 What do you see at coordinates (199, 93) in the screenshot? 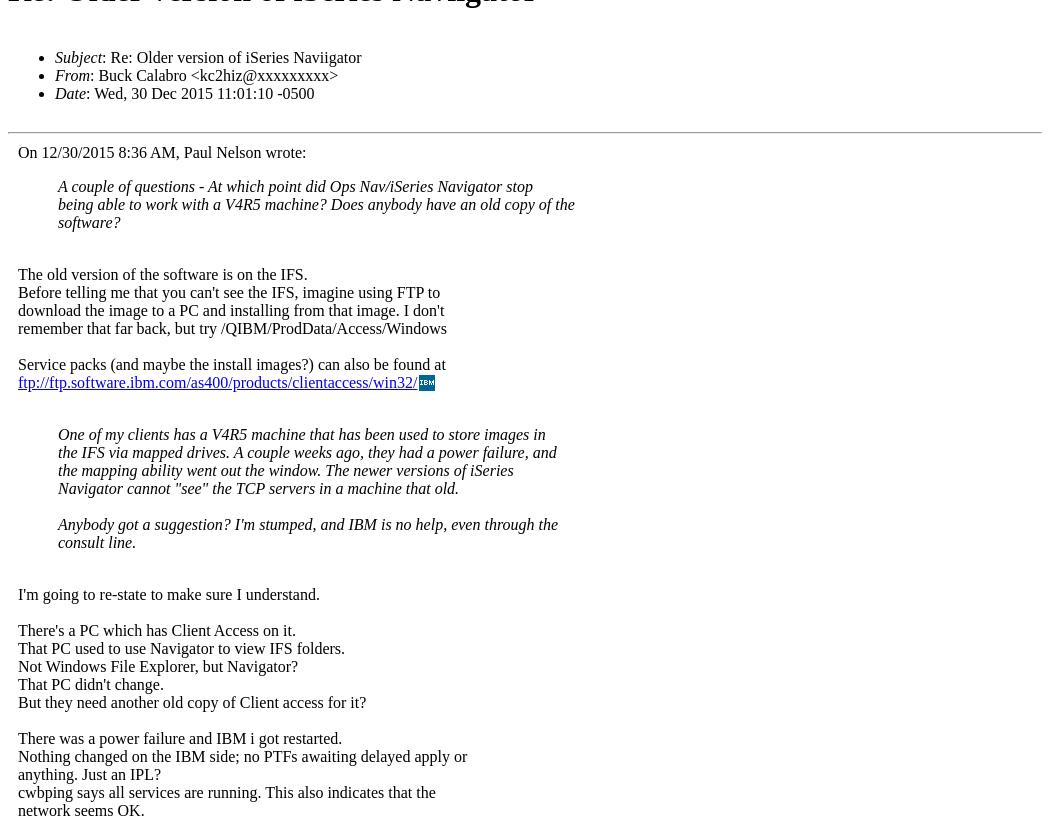
I see `': Wed, 30 Dec 2015 11:01:10 -0500'` at bounding box center [199, 93].